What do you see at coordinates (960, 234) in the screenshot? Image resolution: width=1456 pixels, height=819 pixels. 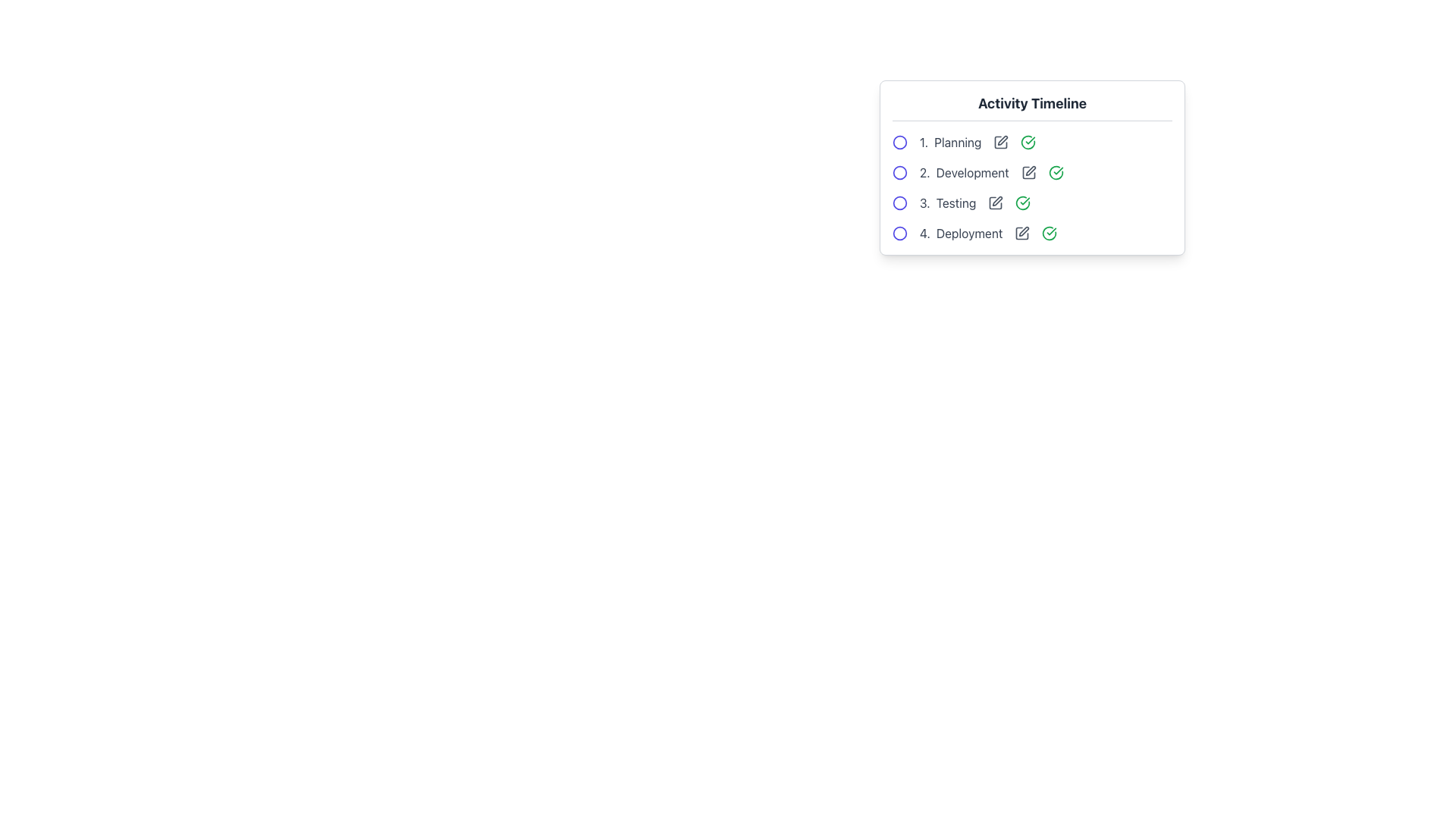 I see `the text label or step marker that reads '4. Deployment', which is styled in gray and is the fourth item in the 'Activity Timeline' sequence` at bounding box center [960, 234].